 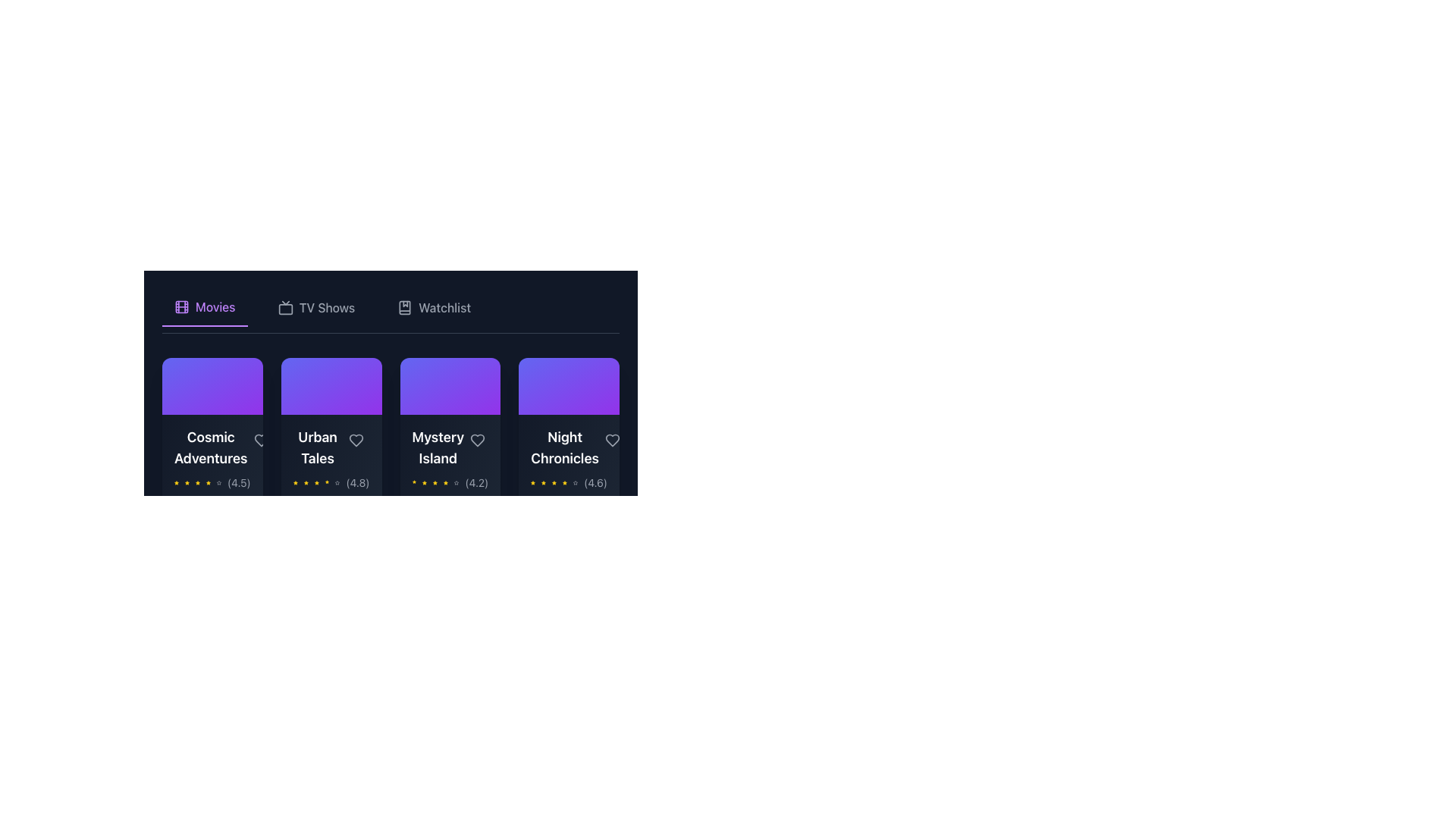 What do you see at coordinates (433, 307) in the screenshot?
I see `the 'Watchlist' button, which is the third button in a set of three navigation tabs located at the upper region of the interface` at bounding box center [433, 307].